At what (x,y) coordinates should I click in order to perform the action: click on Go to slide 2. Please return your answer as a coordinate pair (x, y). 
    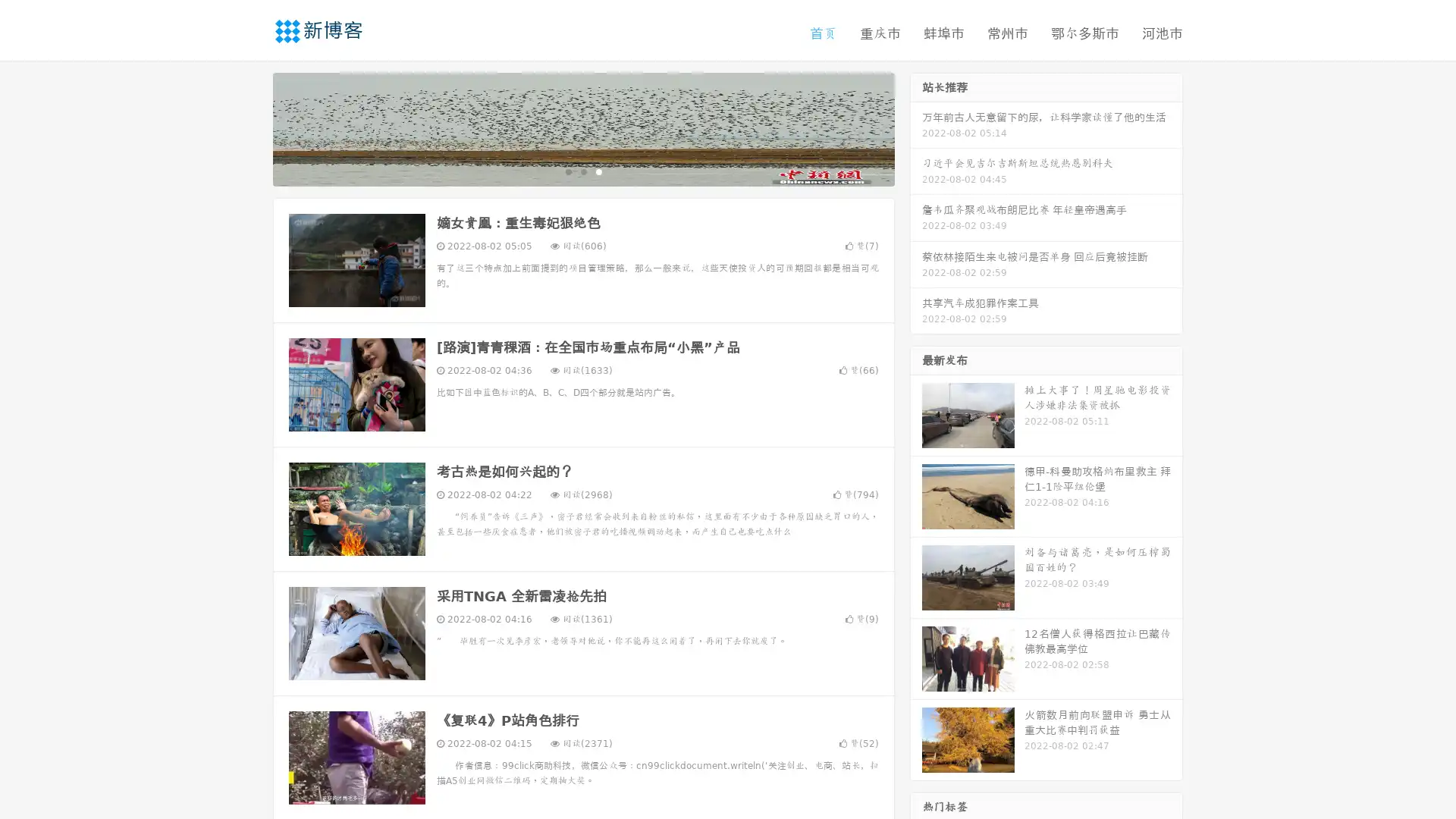
    Looking at the image, I should click on (582, 171).